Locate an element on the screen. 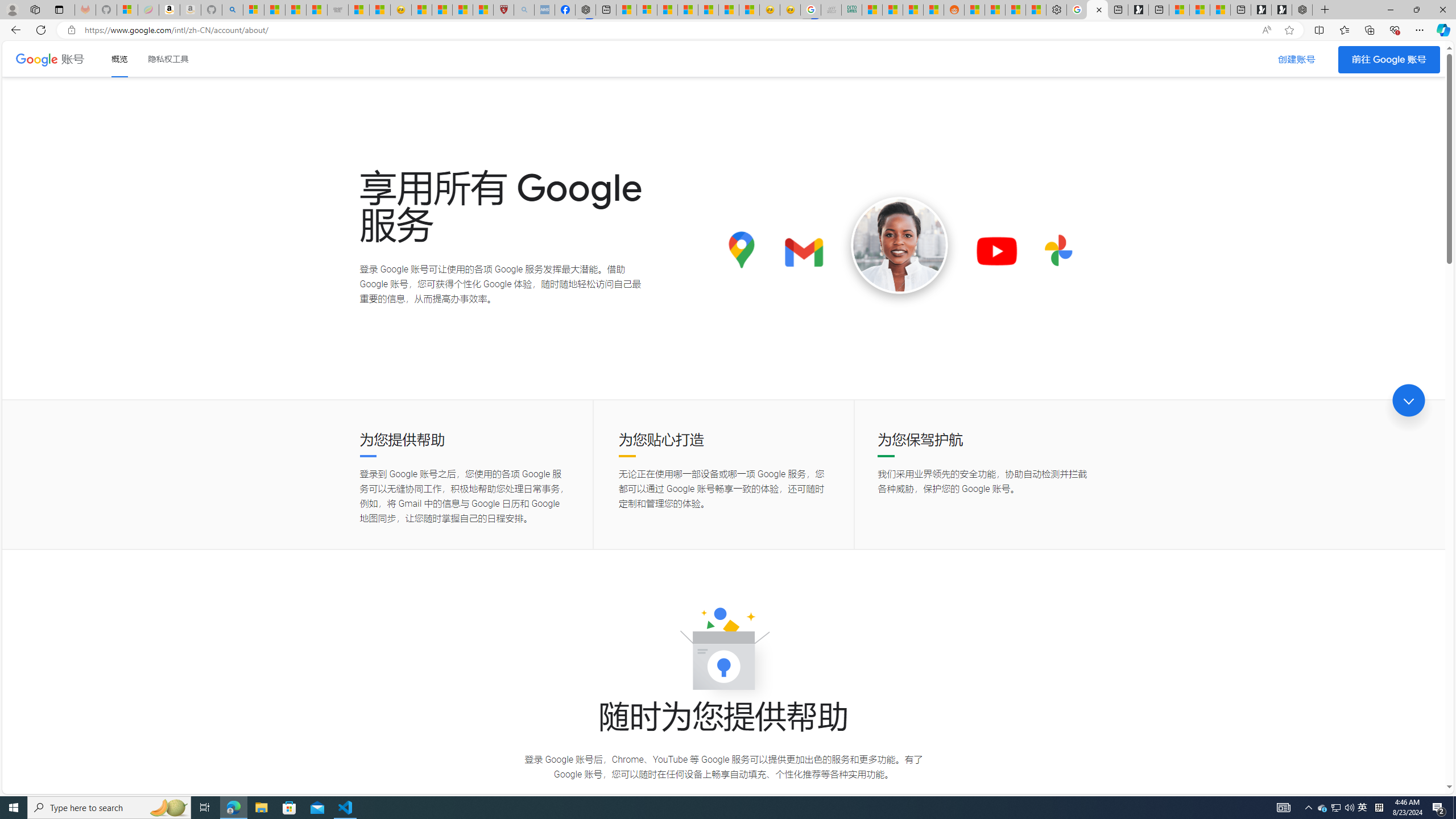 This screenshot has width=1456, height=819. 'R******* | Trusted Community Engagement and Contributions' is located at coordinates (974, 9).